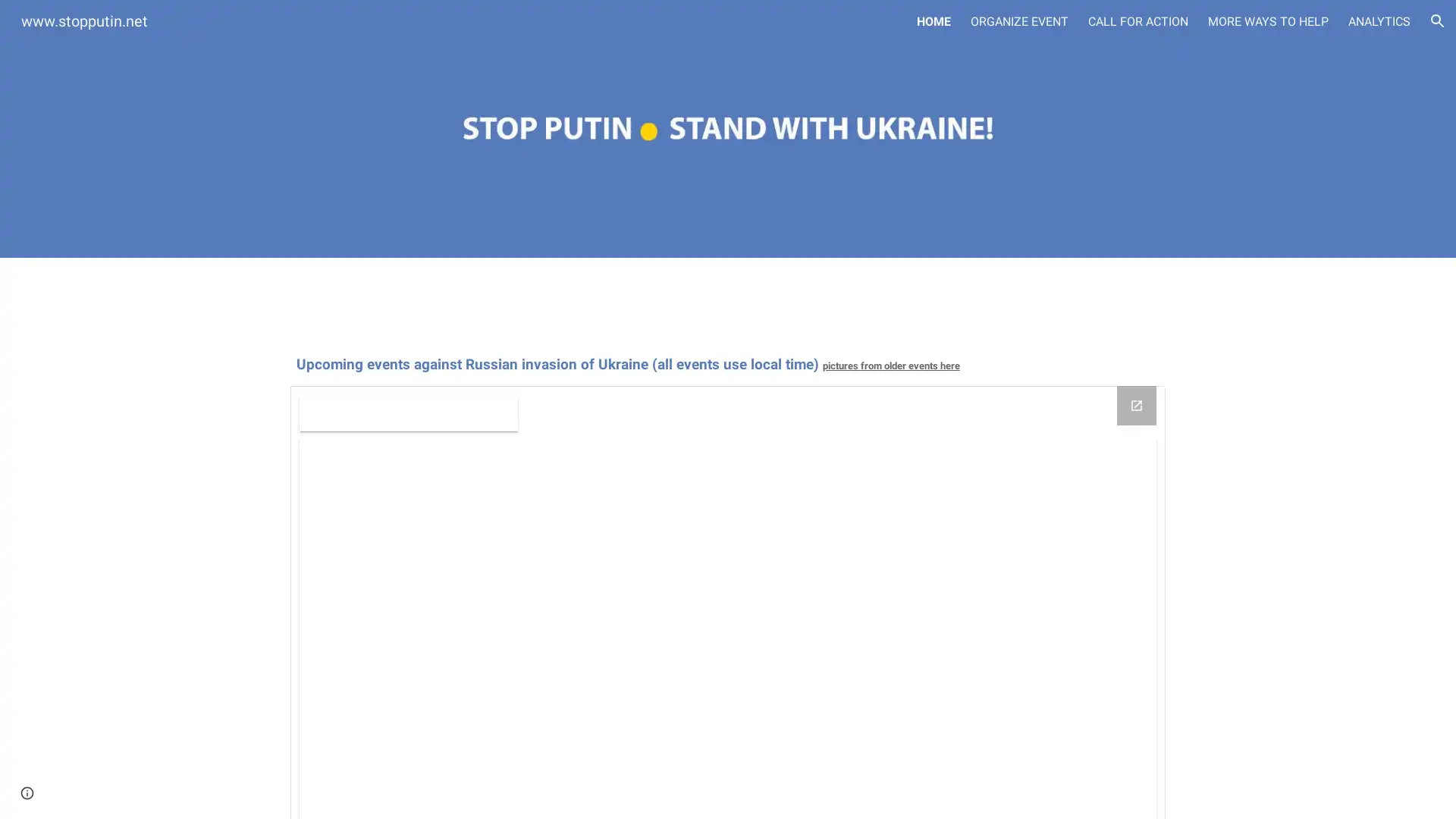  I want to click on Skip to main content, so click(597, 28).